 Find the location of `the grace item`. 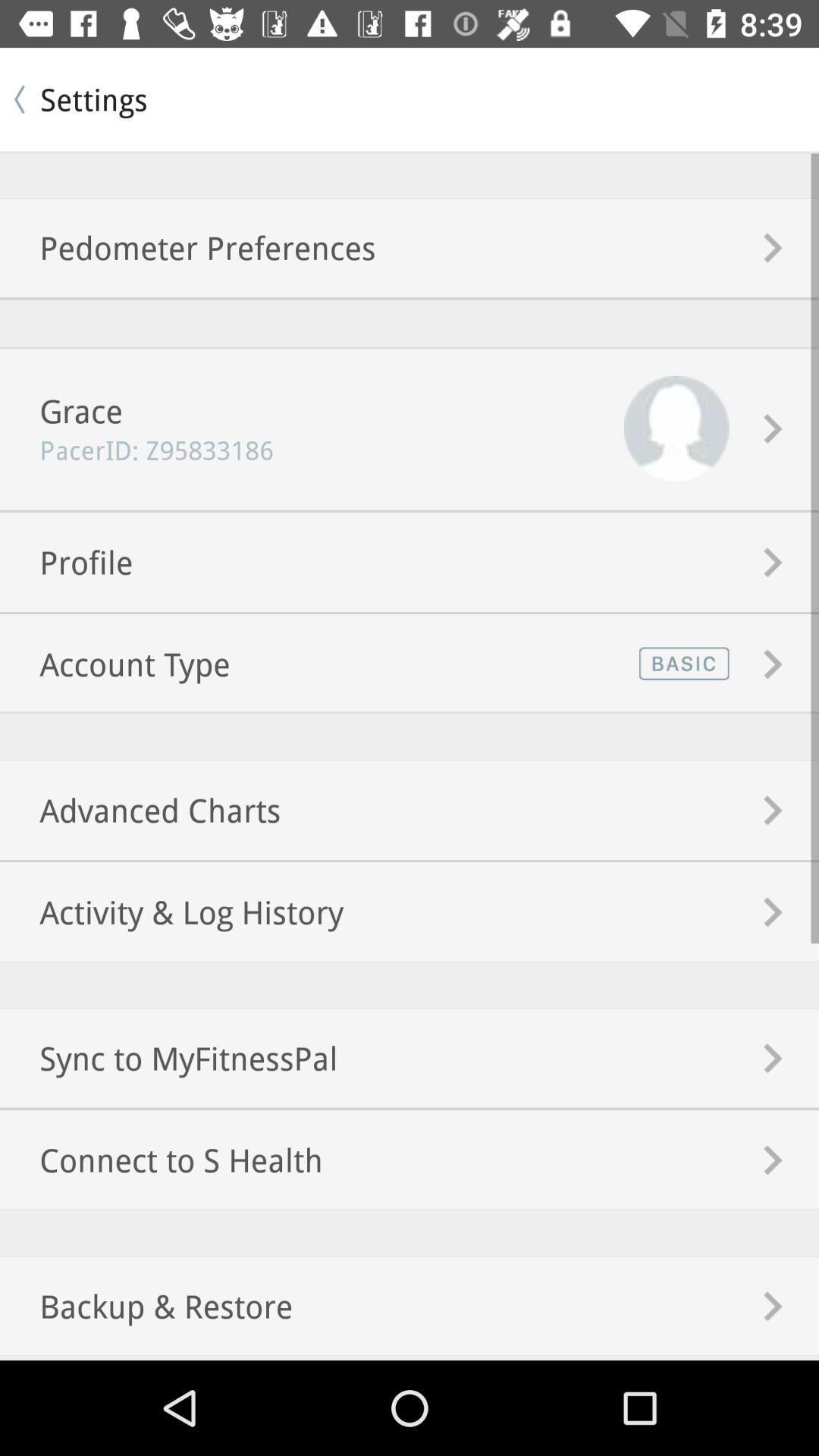

the grace item is located at coordinates (61, 410).